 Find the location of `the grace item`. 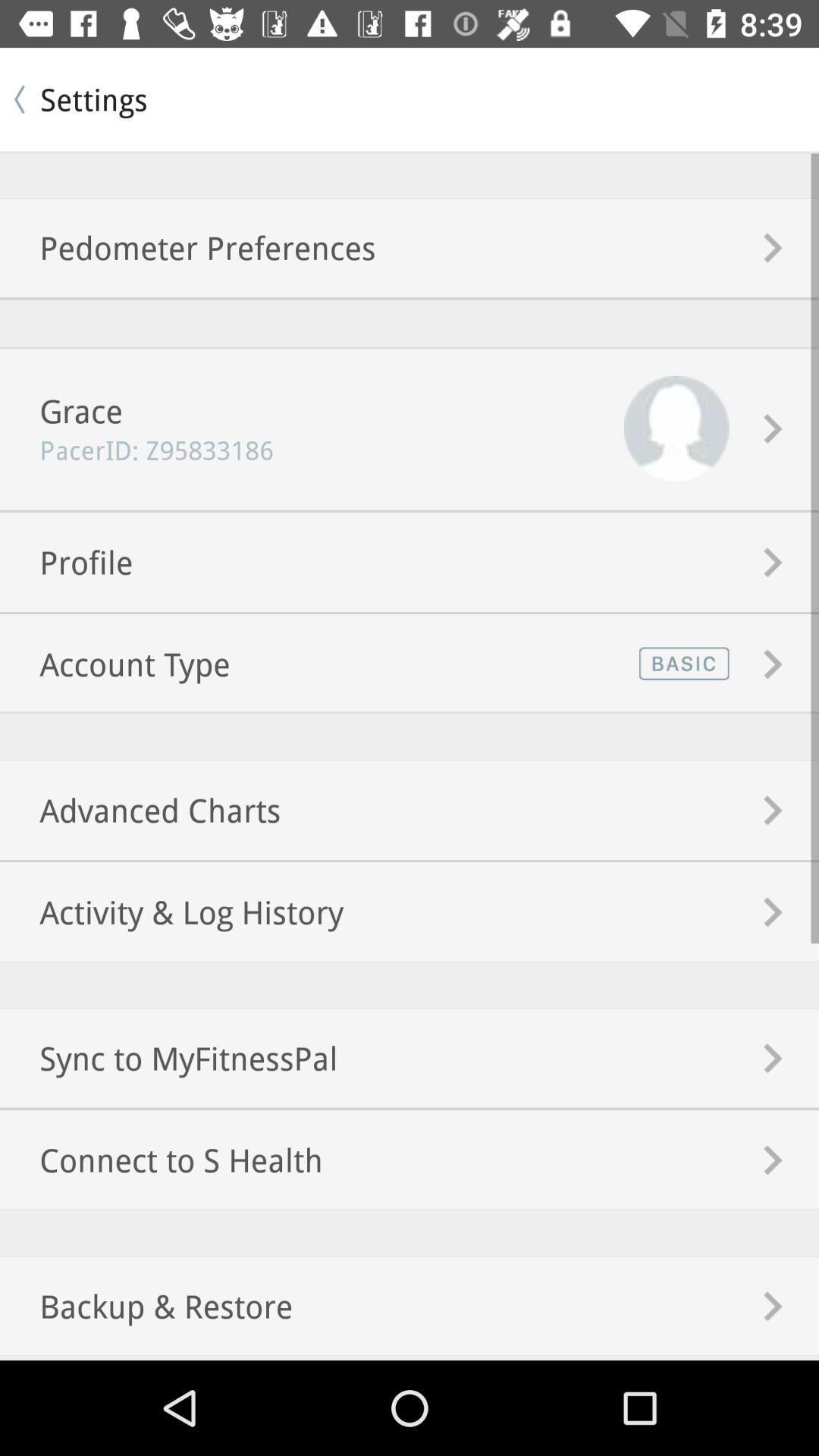

the grace item is located at coordinates (61, 410).